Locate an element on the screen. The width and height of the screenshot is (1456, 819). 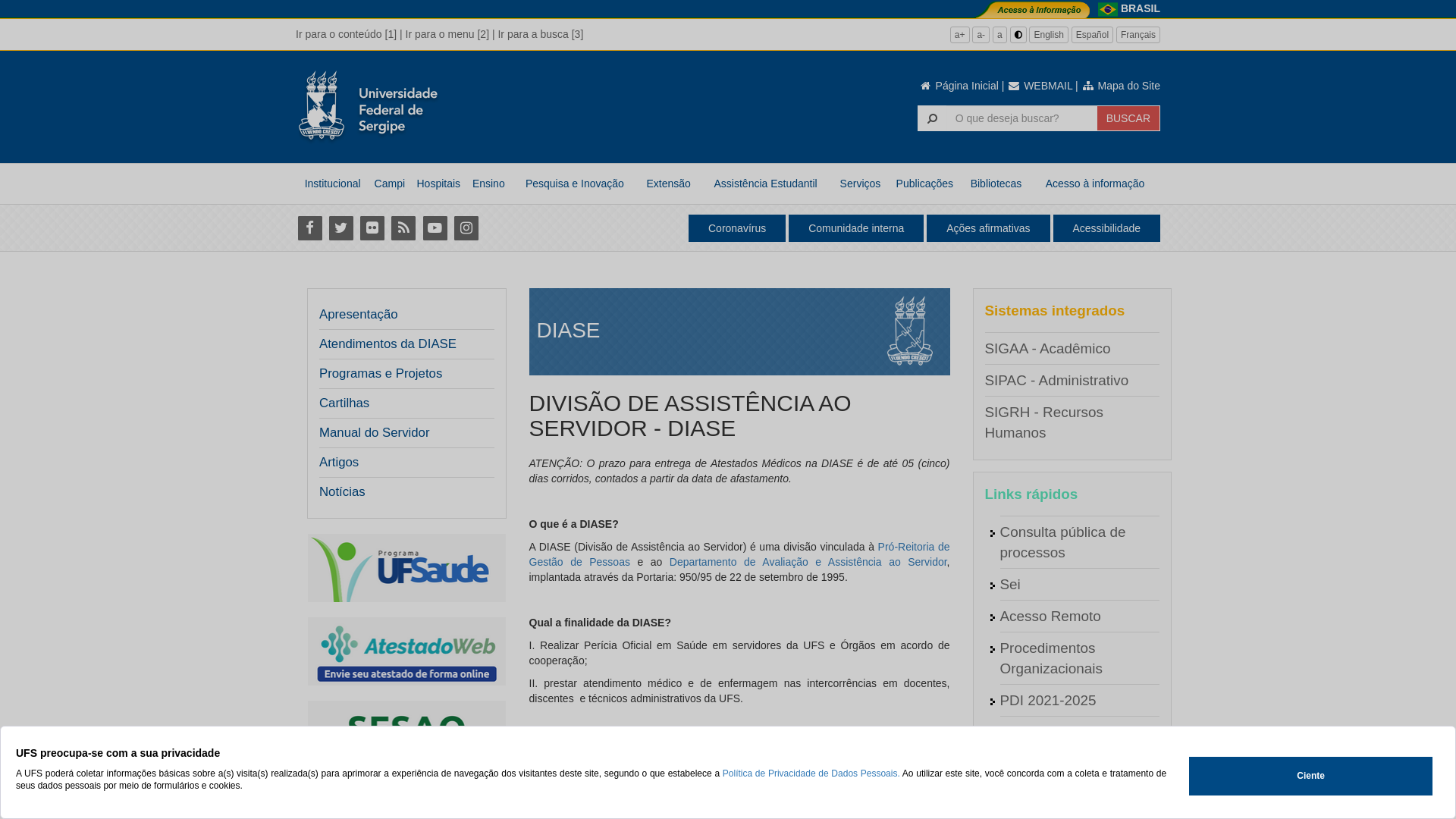
'Facebook' is located at coordinates (309, 227).